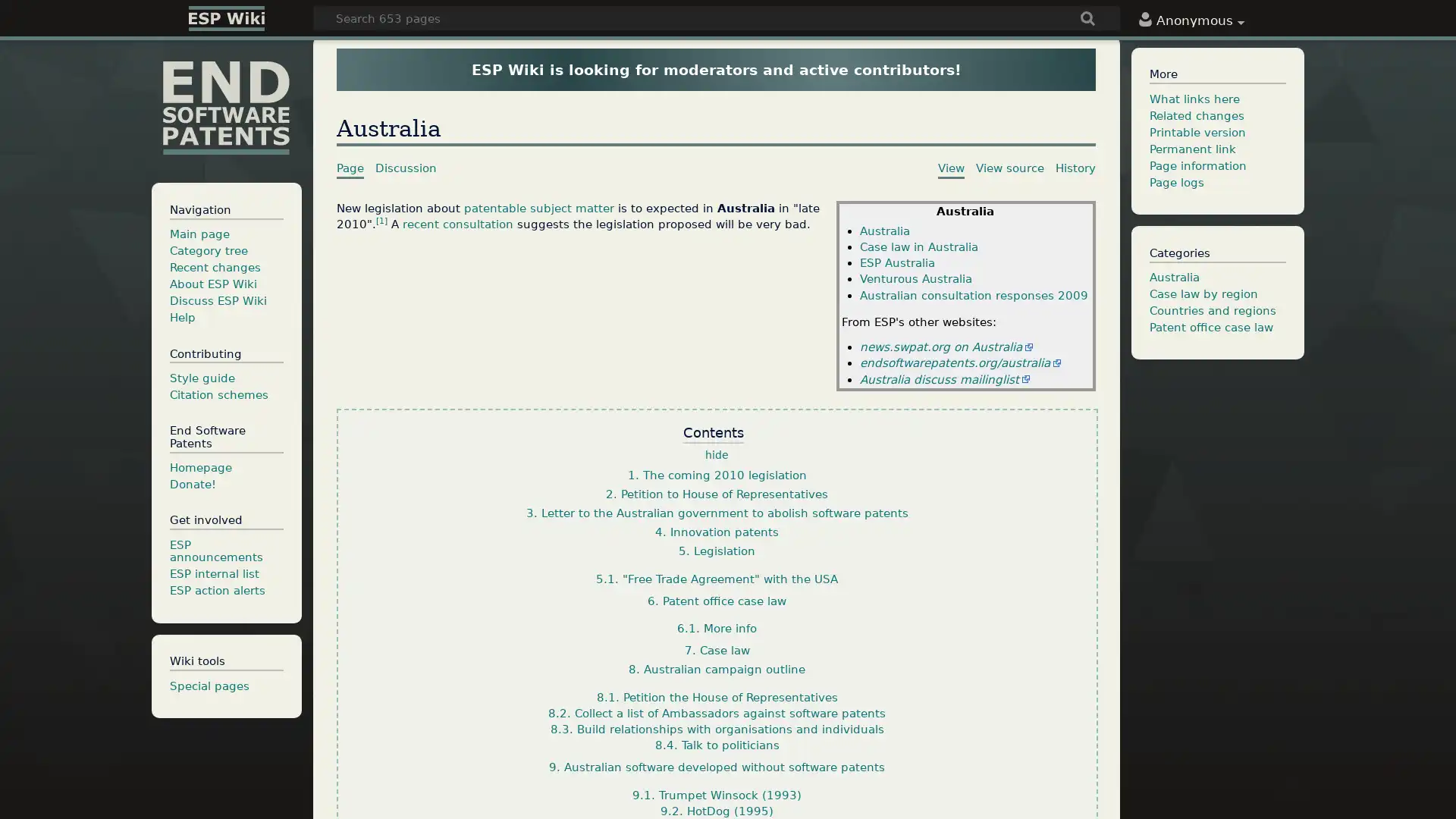  What do you see at coordinates (716, 454) in the screenshot?
I see `hide` at bounding box center [716, 454].